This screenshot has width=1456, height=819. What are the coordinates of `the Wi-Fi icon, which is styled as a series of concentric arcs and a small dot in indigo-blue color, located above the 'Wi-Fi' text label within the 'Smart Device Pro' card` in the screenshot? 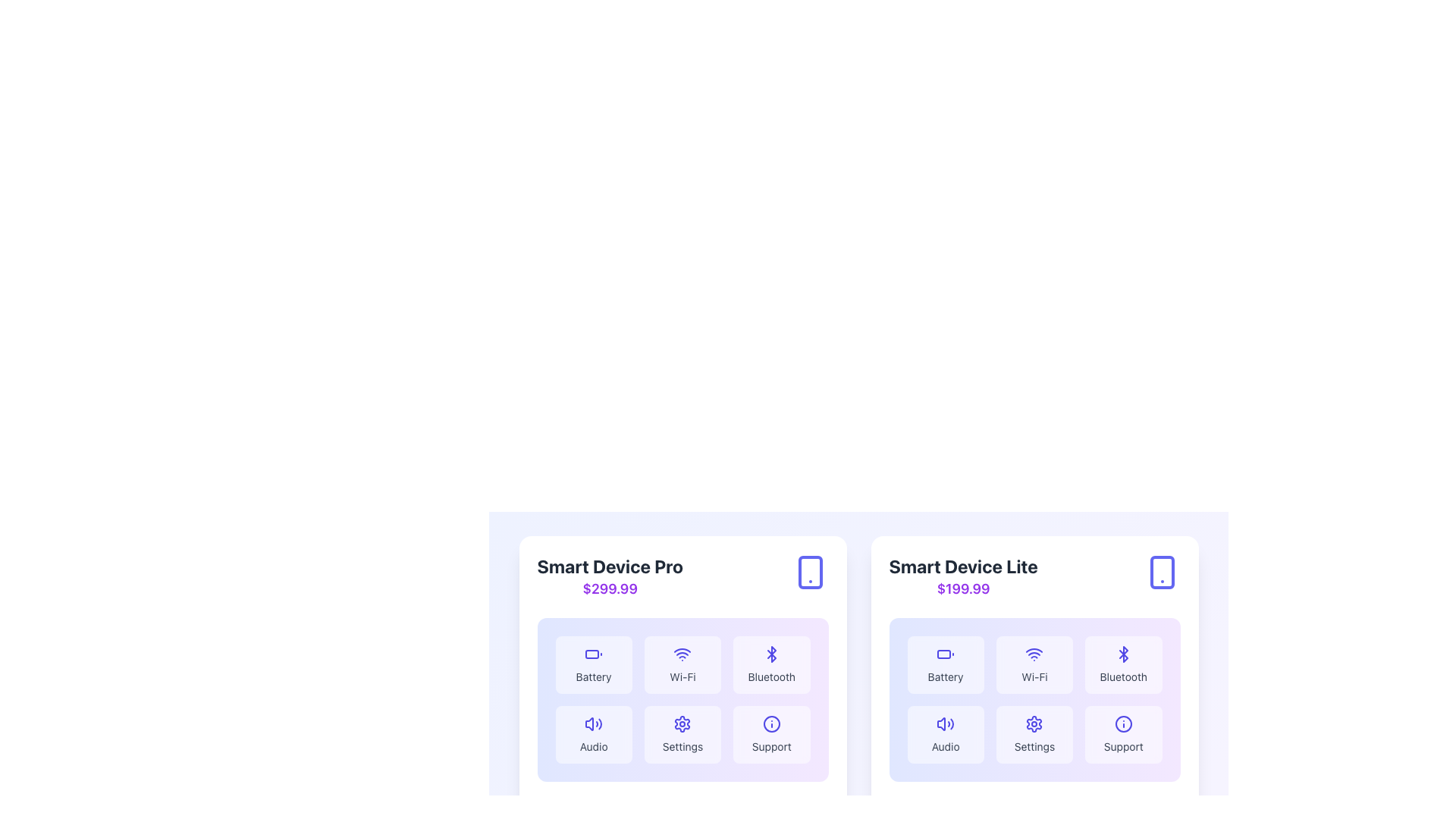 It's located at (682, 654).